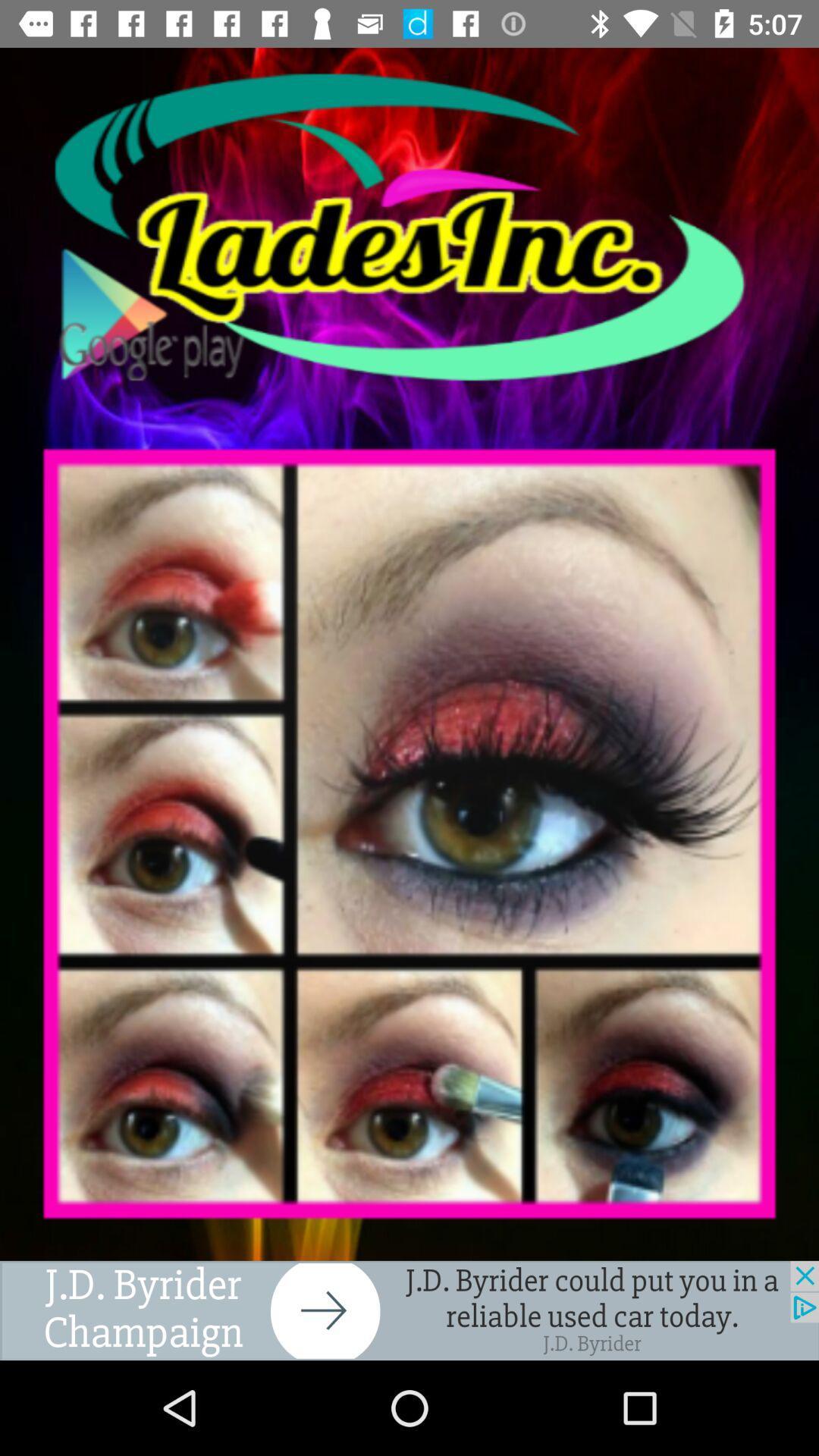 This screenshot has width=819, height=1456. Describe the element at coordinates (409, 1310) in the screenshot. I see `advertisement` at that location.